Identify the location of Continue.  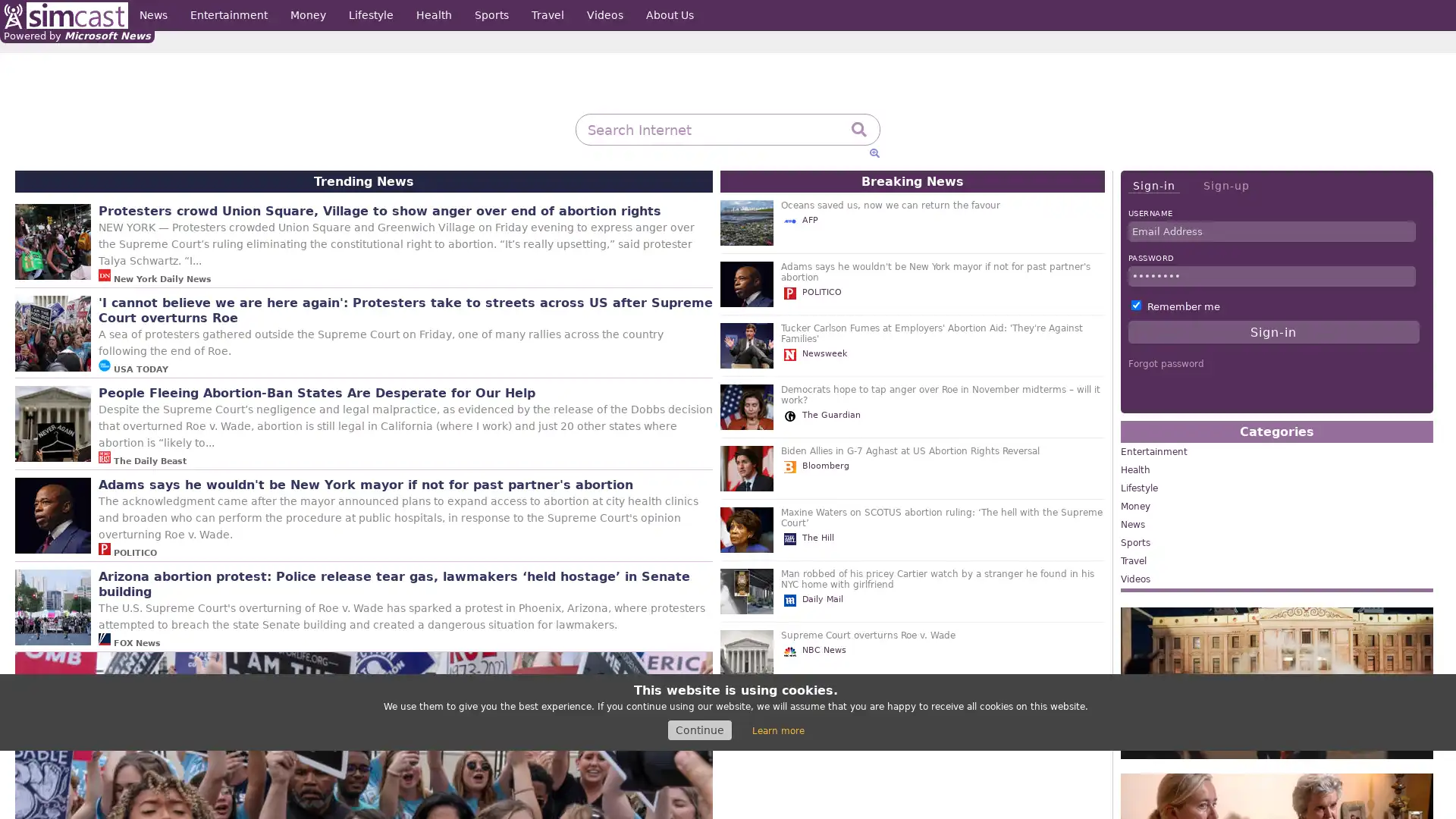
(698, 730).